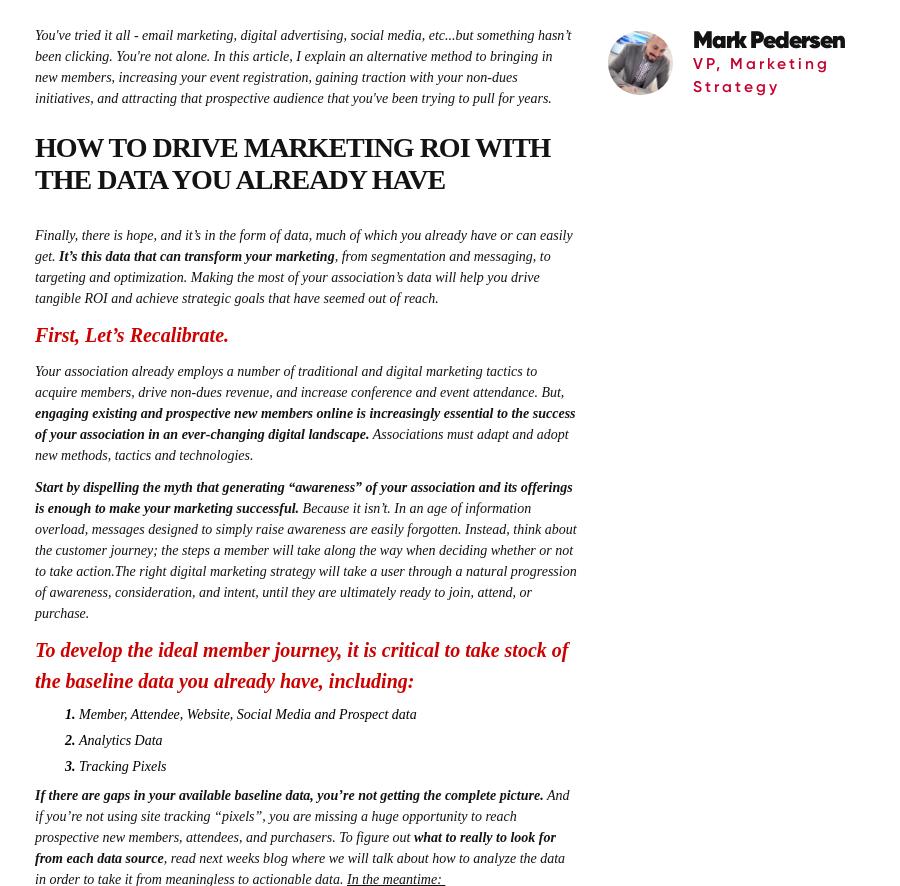 The width and height of the screenshot is (900, 886). What do you see at coordinates (287, 794) in the screenshot?
I see `'If there are gaps in your available baseline data, you’re not getting the complete picture.'` at bounding box center [287, 794].